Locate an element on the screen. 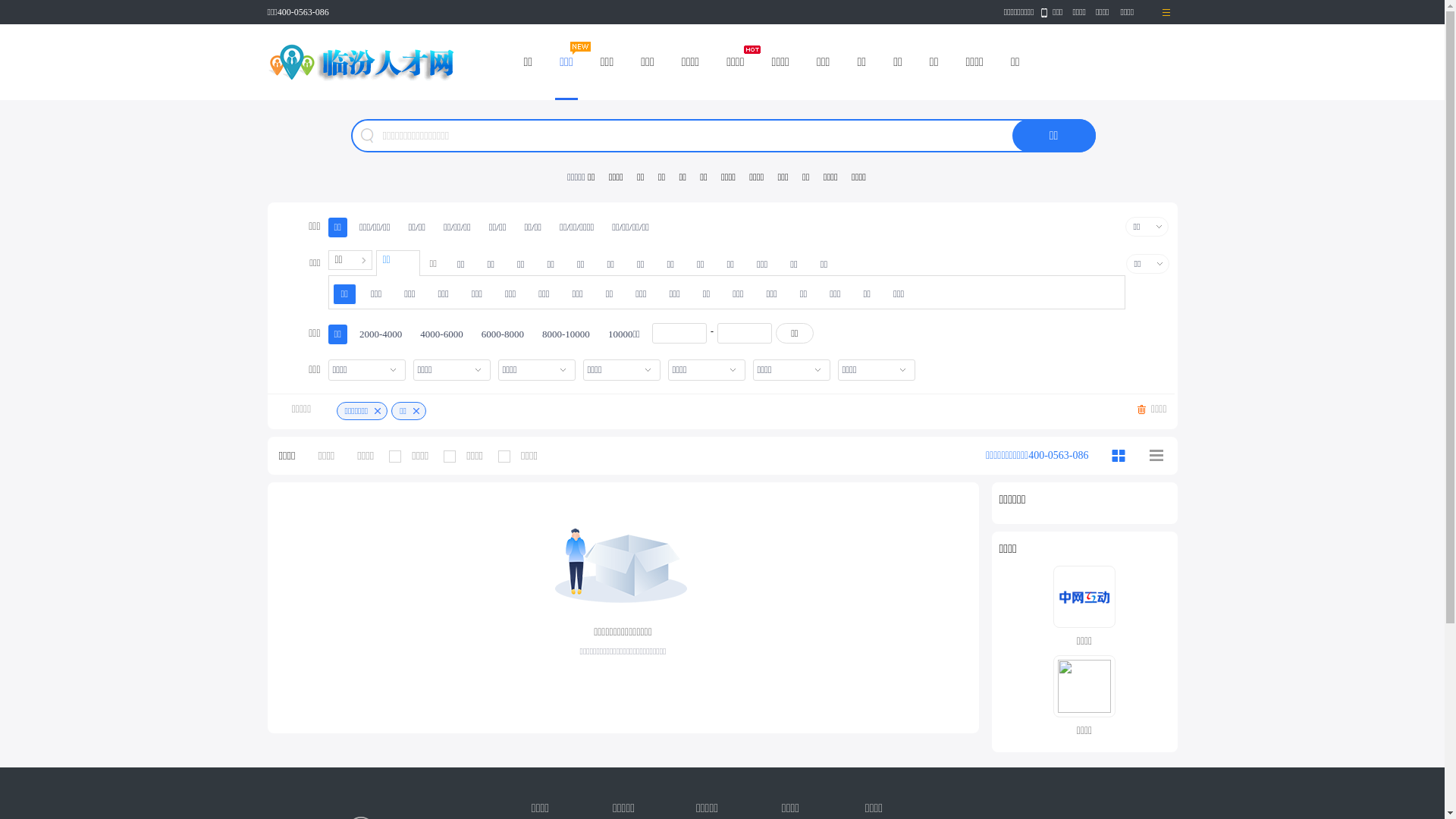 The height and width of the screenshot is (819, 1456). '6000-8000' is located at coordinates (475, 333).